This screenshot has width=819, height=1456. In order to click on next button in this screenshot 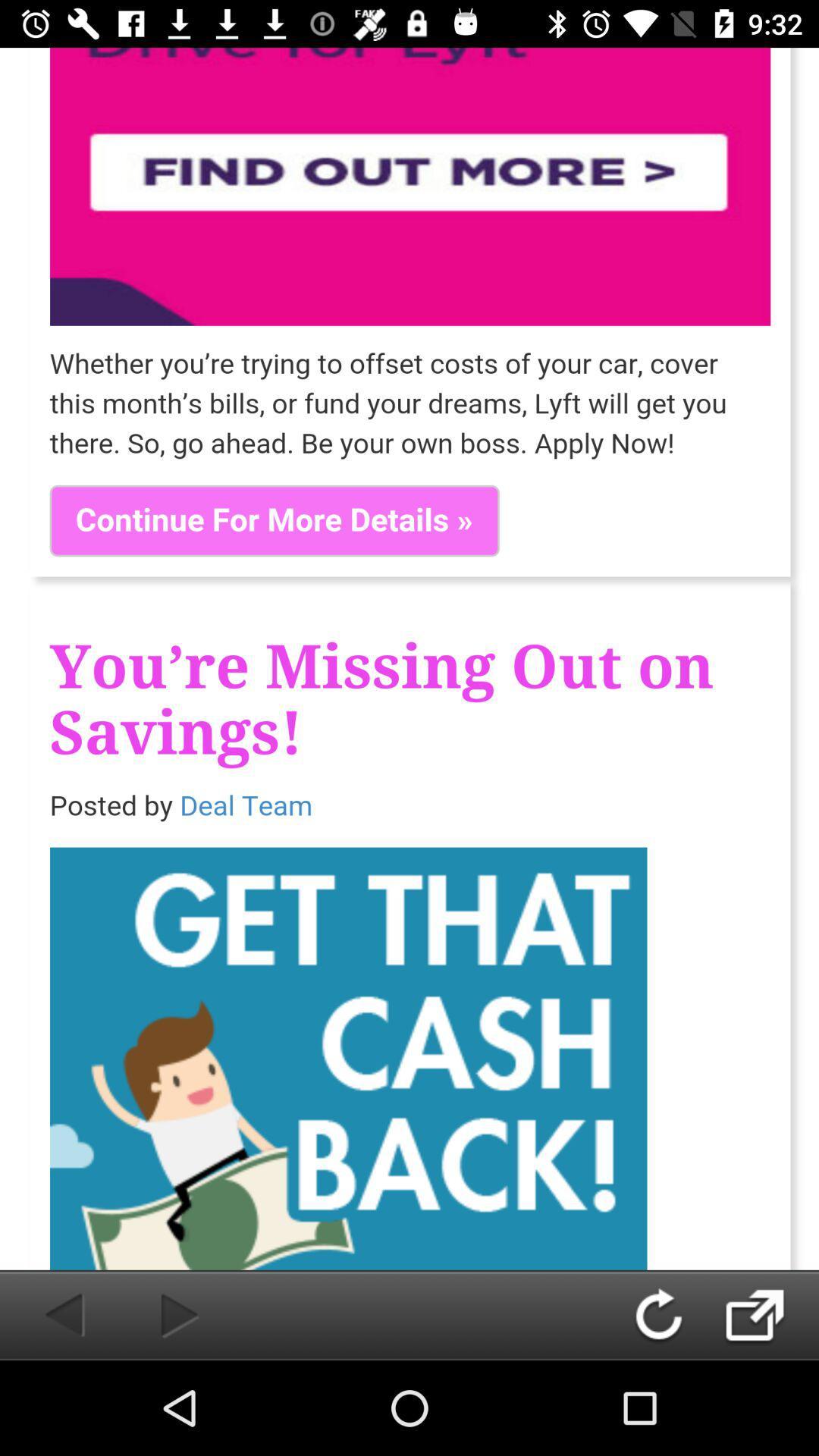, I will do `click(770, 1314)`.